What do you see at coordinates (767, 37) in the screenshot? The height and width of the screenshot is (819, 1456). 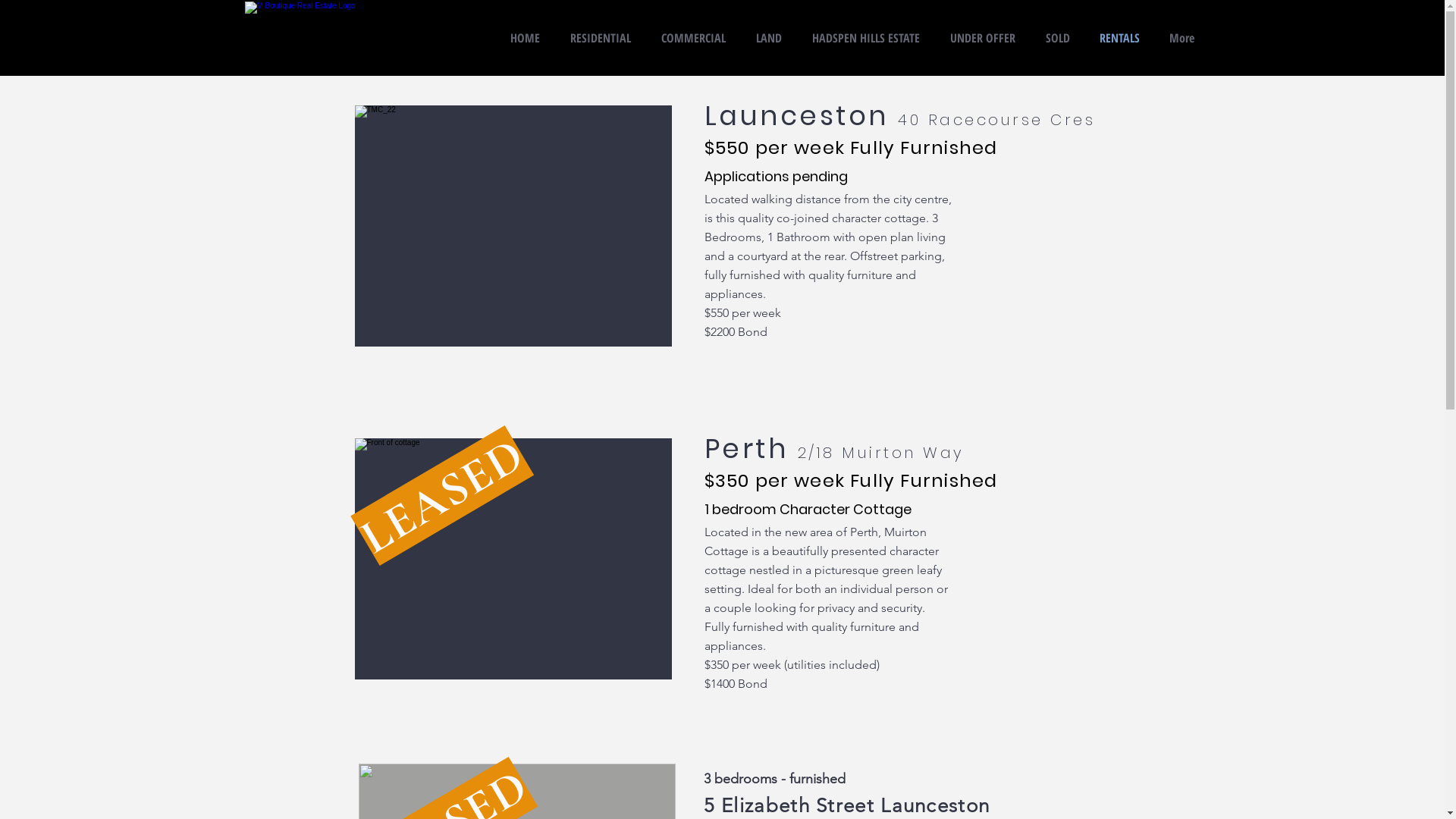 I see `'LAND'` at bounding box center [767, 37].